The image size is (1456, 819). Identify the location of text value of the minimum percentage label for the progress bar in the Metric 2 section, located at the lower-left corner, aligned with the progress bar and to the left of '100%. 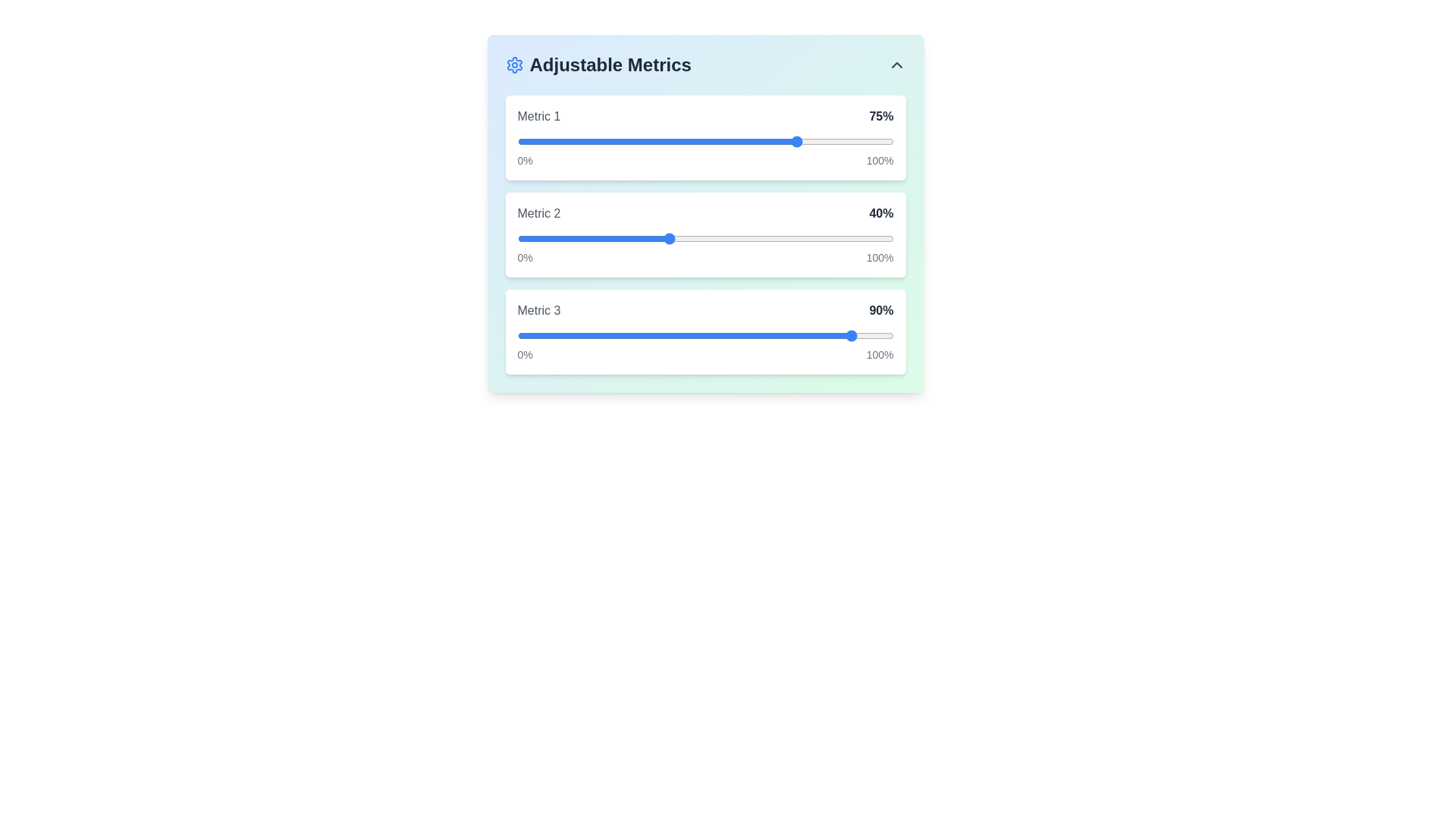
(525, 256).